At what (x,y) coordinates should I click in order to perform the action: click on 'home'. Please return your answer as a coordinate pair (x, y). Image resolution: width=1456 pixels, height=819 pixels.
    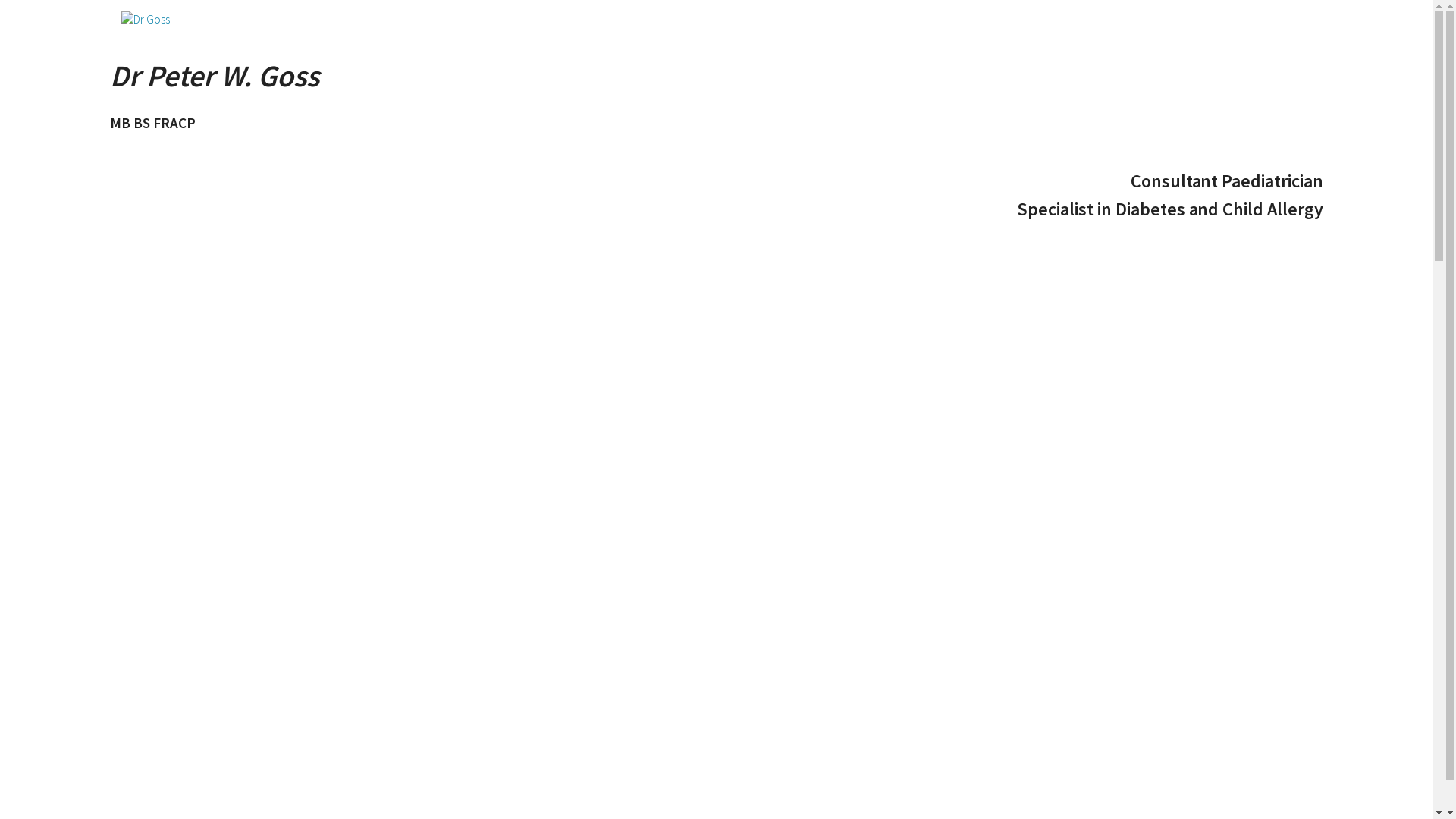
    Looking at the image, I should click on (108, 18).